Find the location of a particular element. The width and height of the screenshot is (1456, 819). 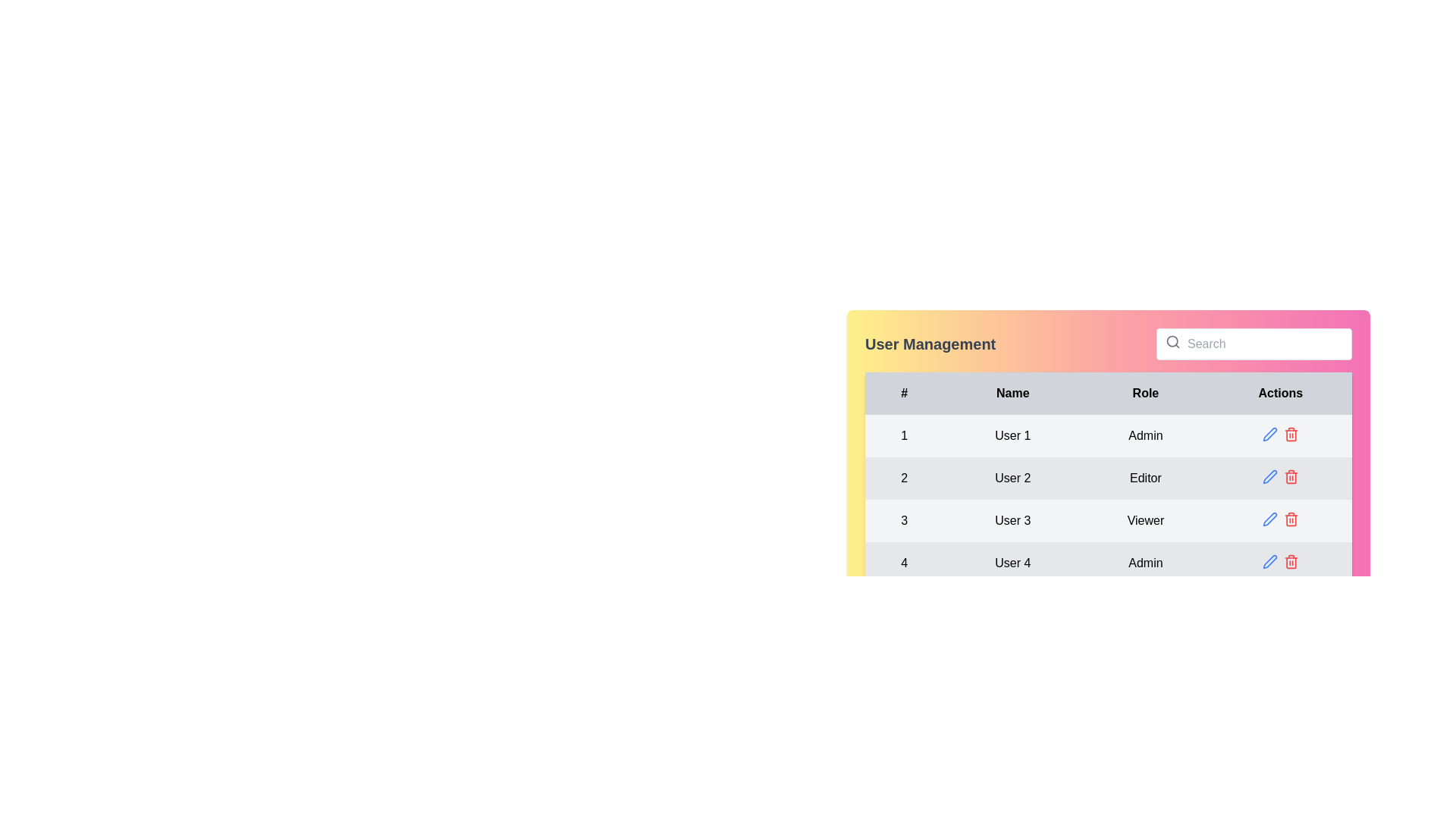

the Text Label indicating the role of the associated user as 'Admin' in the Role column of the first row of the table is located at coordinates (1145, 435).